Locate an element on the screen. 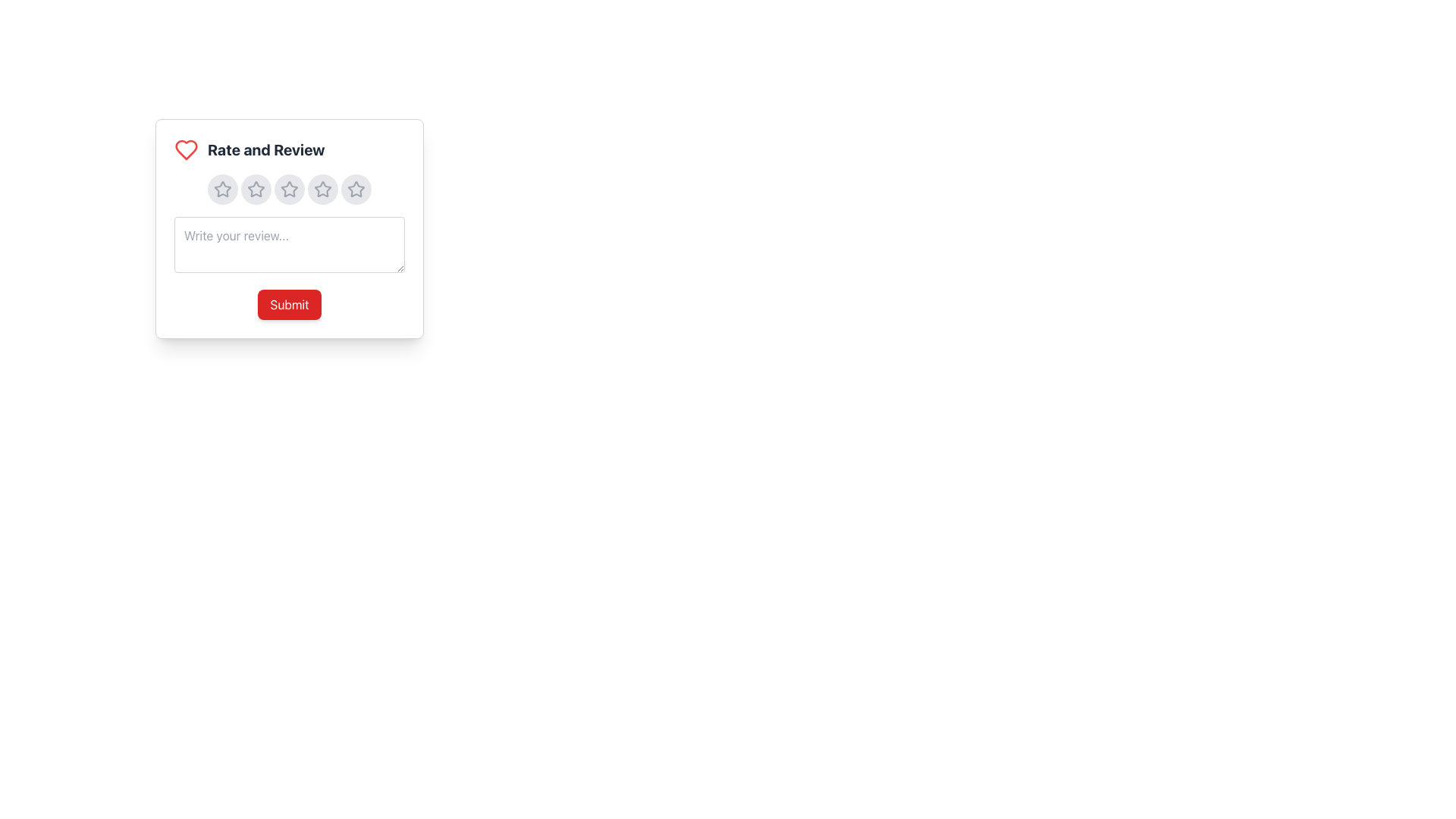  the fifth star icon is located at coordinates (356, 188).